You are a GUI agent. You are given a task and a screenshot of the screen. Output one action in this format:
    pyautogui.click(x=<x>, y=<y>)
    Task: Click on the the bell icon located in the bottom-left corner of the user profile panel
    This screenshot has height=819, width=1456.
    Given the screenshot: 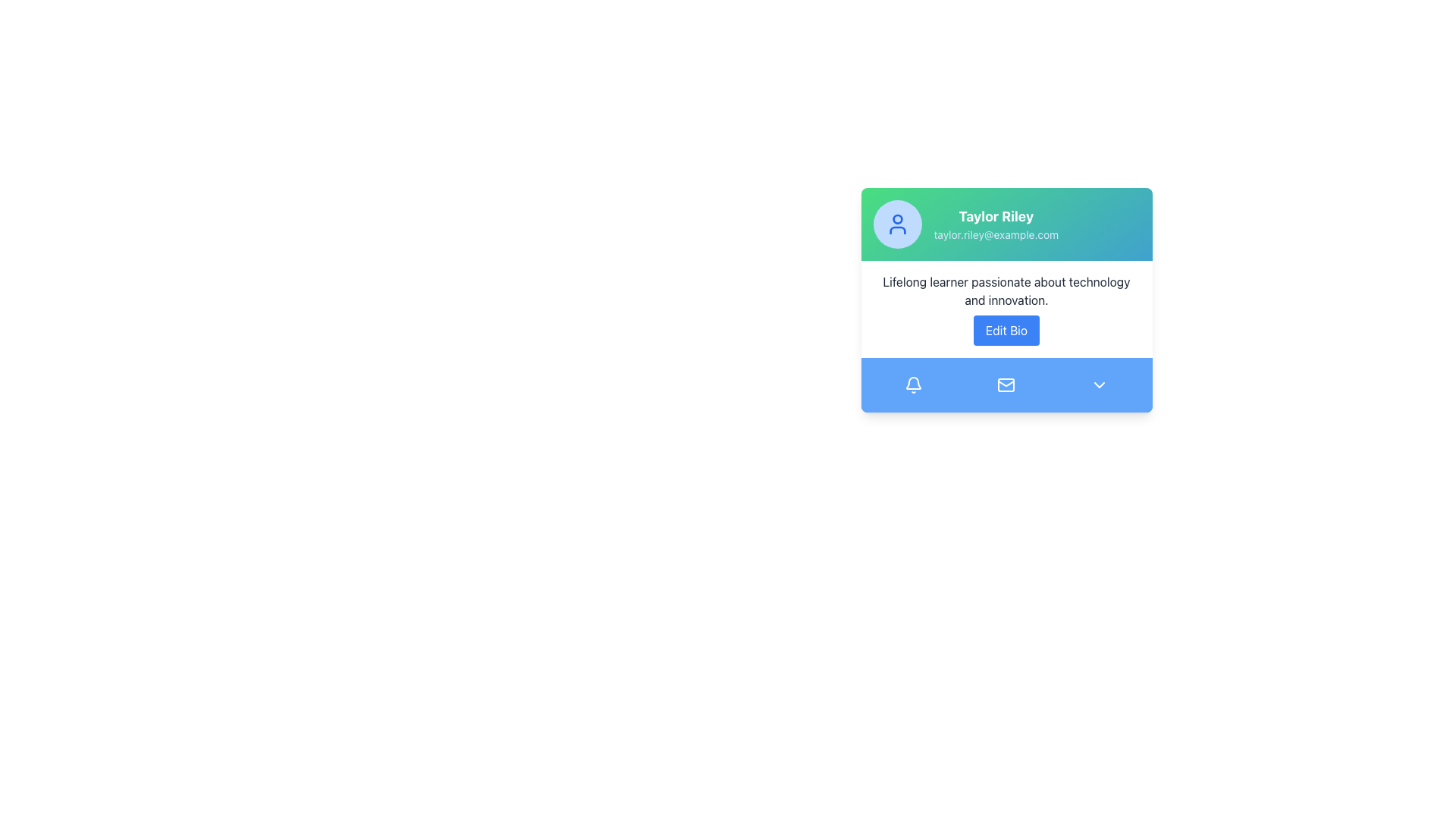 What is the action you would take?
    pyautogui.click(x=912, y=384)
    